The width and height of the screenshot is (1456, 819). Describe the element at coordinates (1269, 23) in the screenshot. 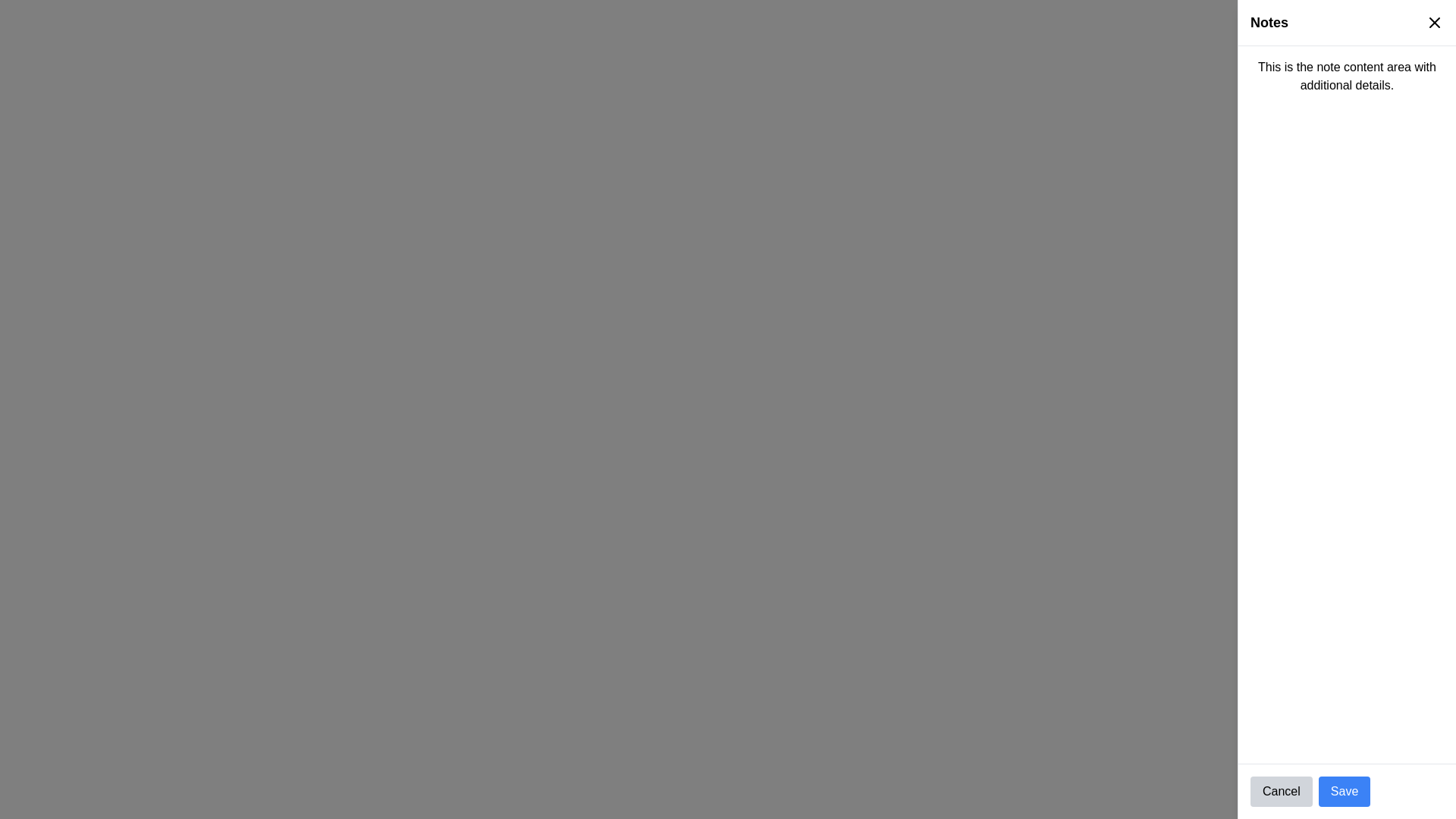

I see `static text label displaying the word 'Notes', which is positioned at the top left corner of a white panel` at that location.